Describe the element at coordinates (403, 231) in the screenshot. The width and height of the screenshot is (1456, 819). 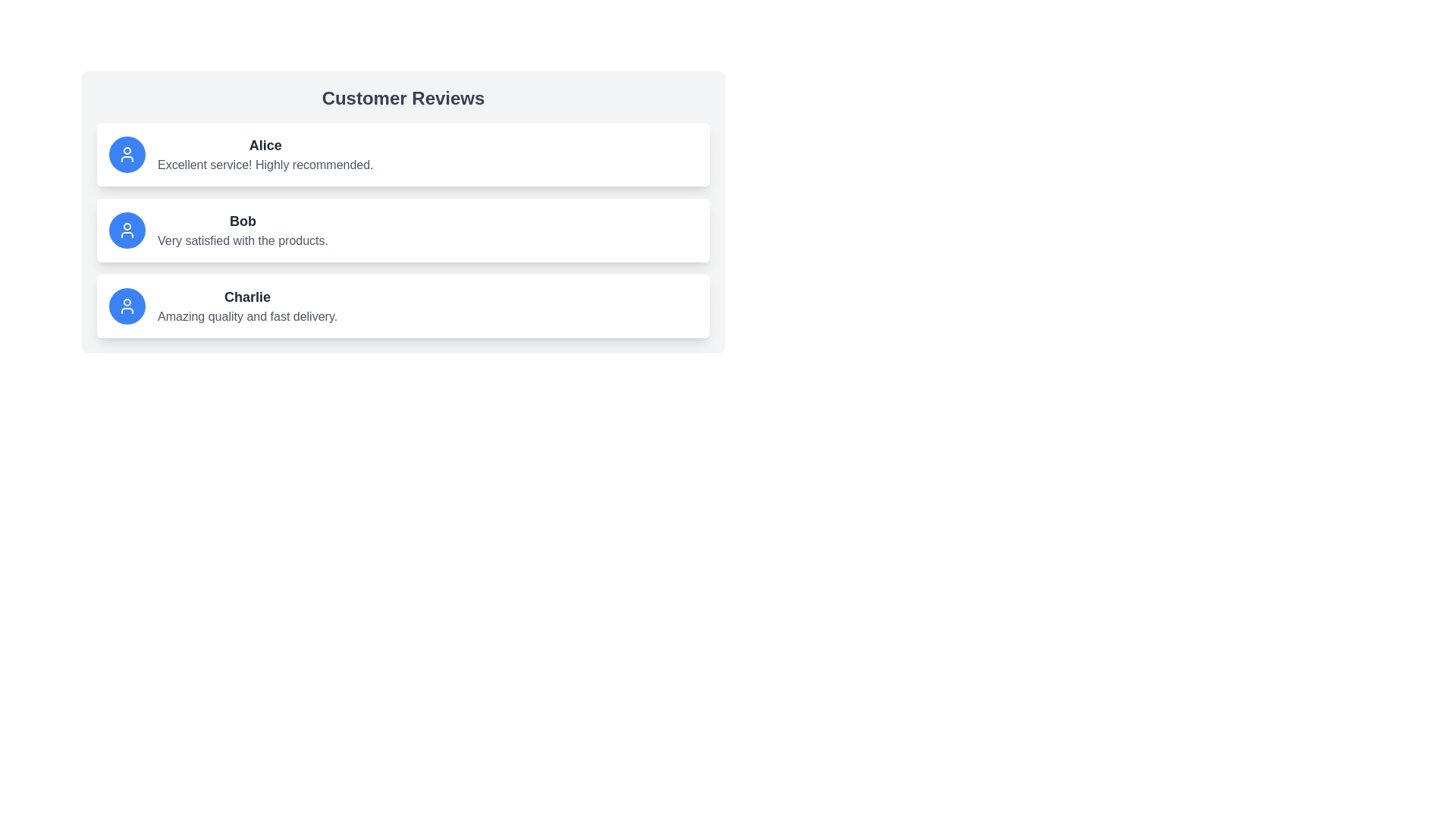
I see `the second review card in the 'Customer Reviews' section, which displays feedback from user Bob` at that location.